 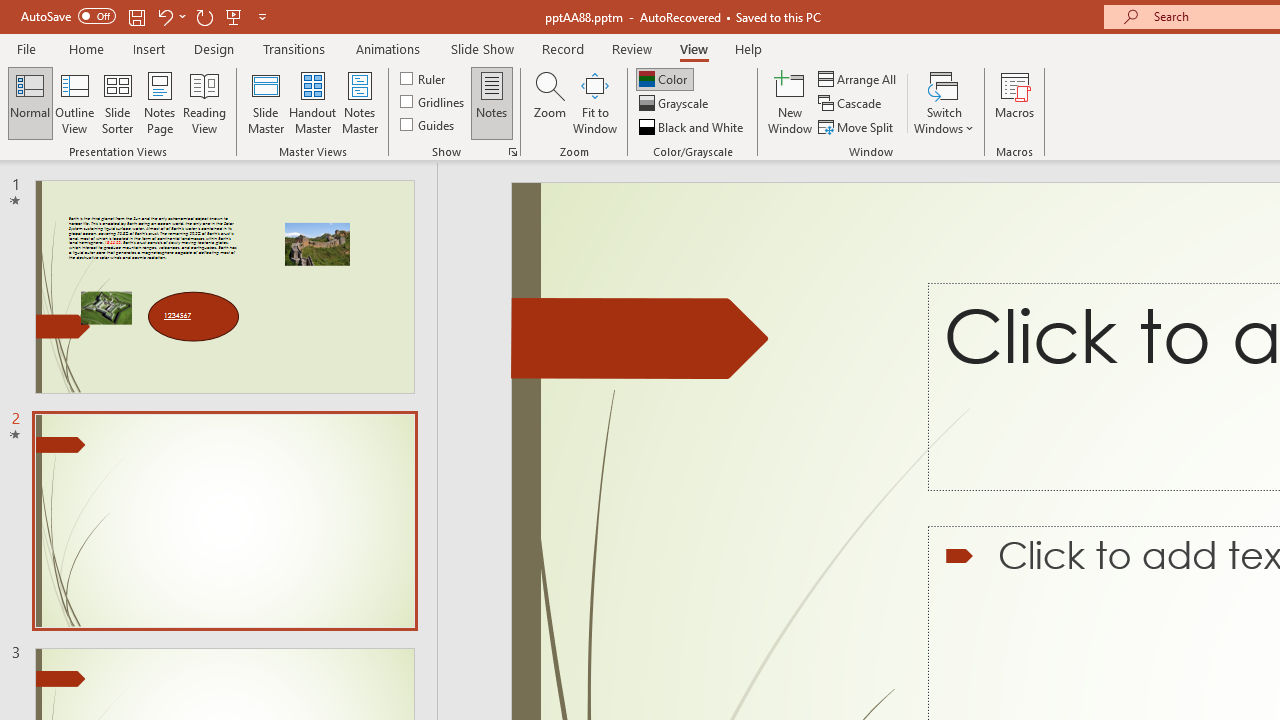 I want to click on 'Gridlines', so click(x=432, y=101).